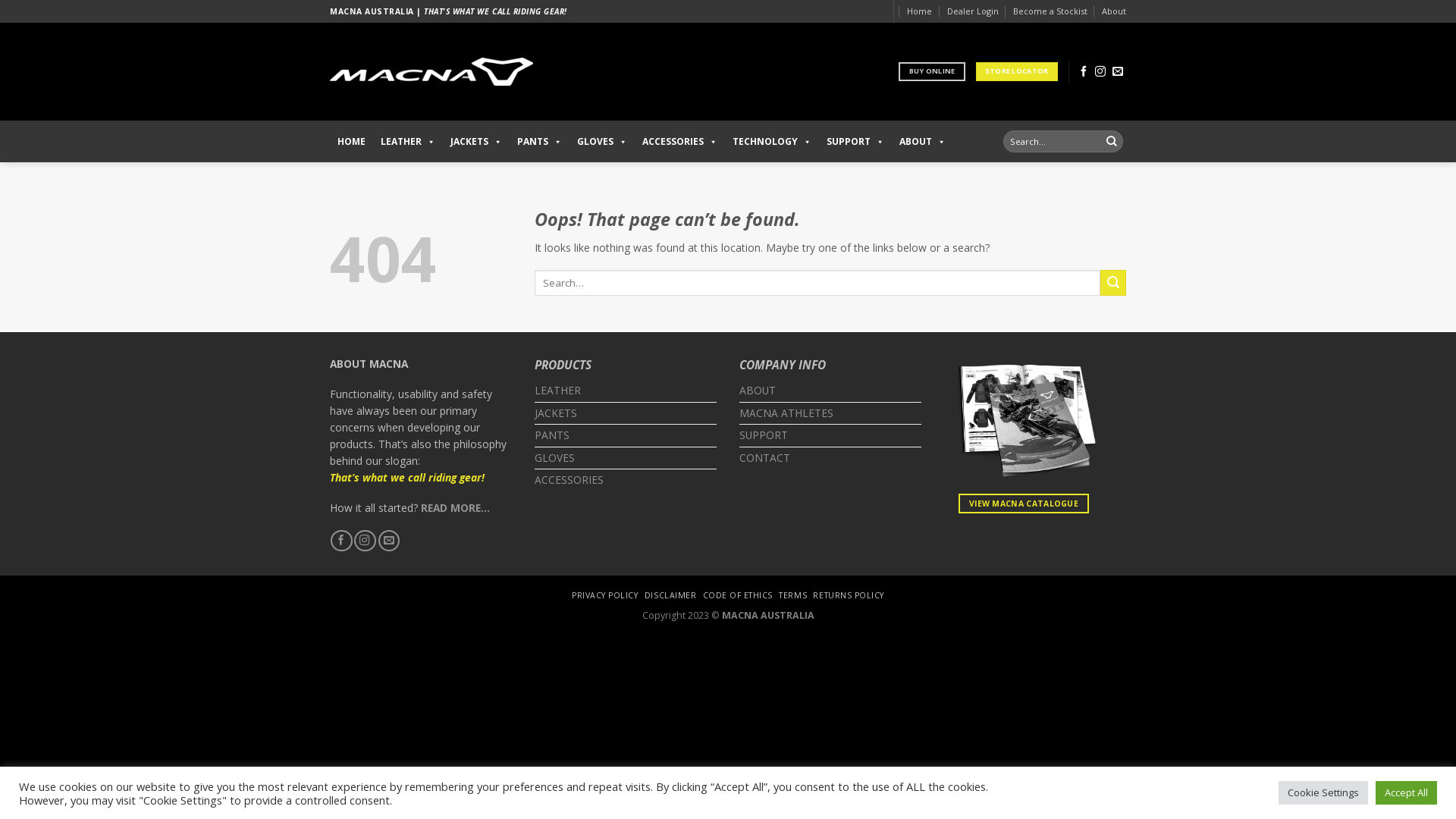 Image resolution: width=1456 pixels, height=819 pixels. What do you see at coordinates (1024, 504) in the screenshot?
I see `'VIEW MACNA CATALOGUE'` at bounding box center [1024, 504].